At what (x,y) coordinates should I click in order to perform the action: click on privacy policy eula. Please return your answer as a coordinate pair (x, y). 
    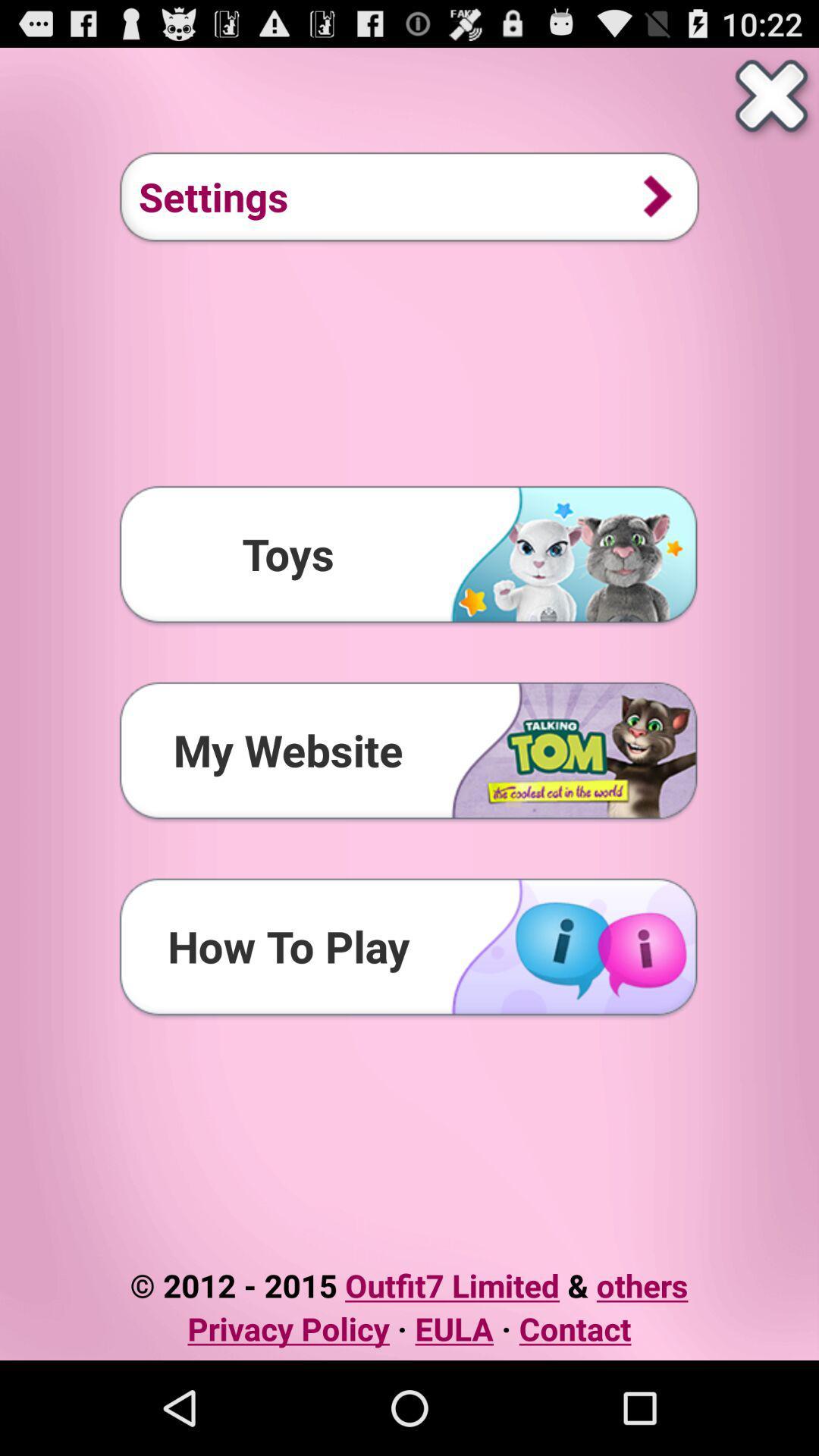
    Looking at the image, I should click on (409, 1328).